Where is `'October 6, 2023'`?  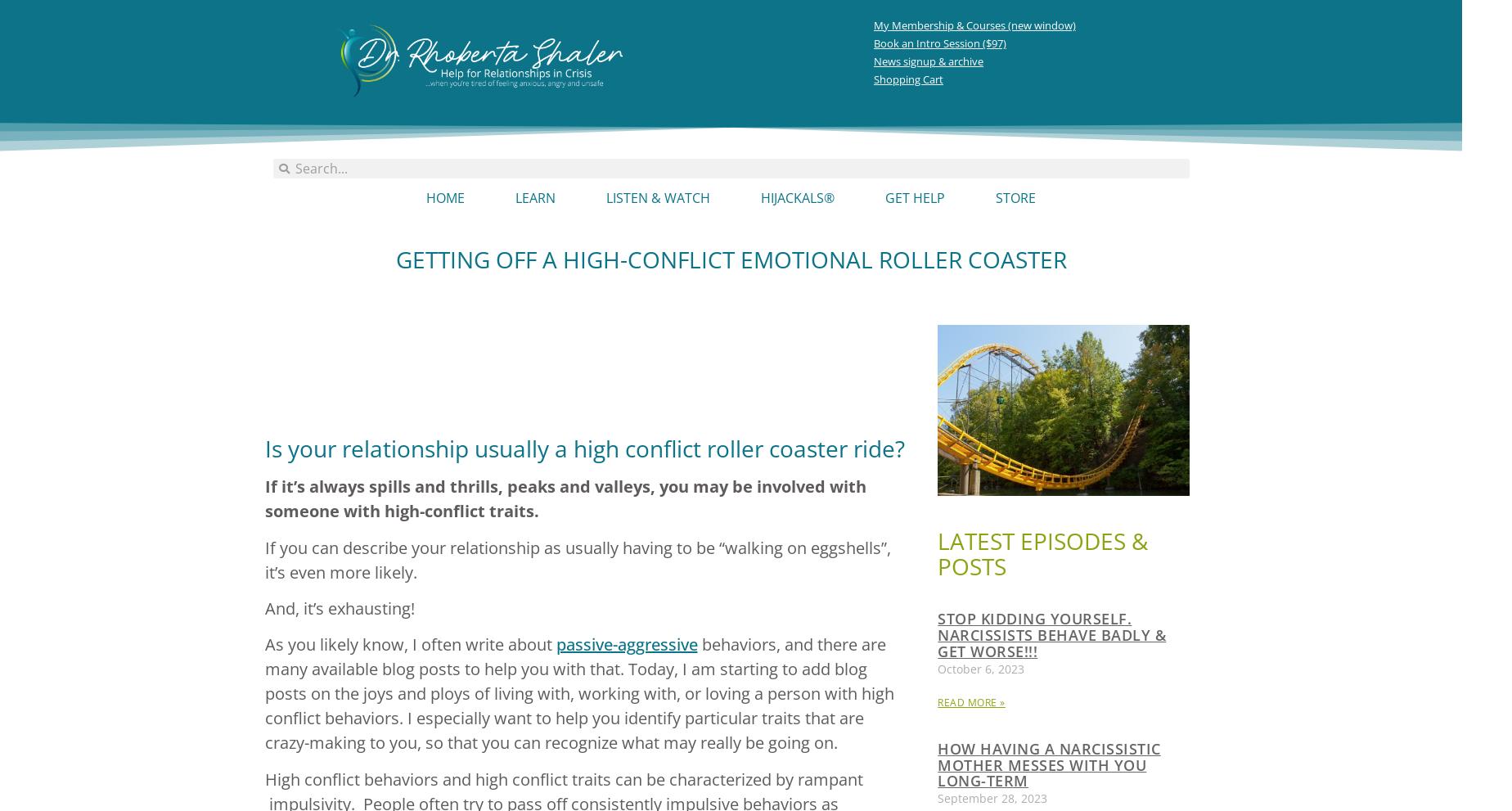
'October 6, 2023' is located at coordinates (980, 667).